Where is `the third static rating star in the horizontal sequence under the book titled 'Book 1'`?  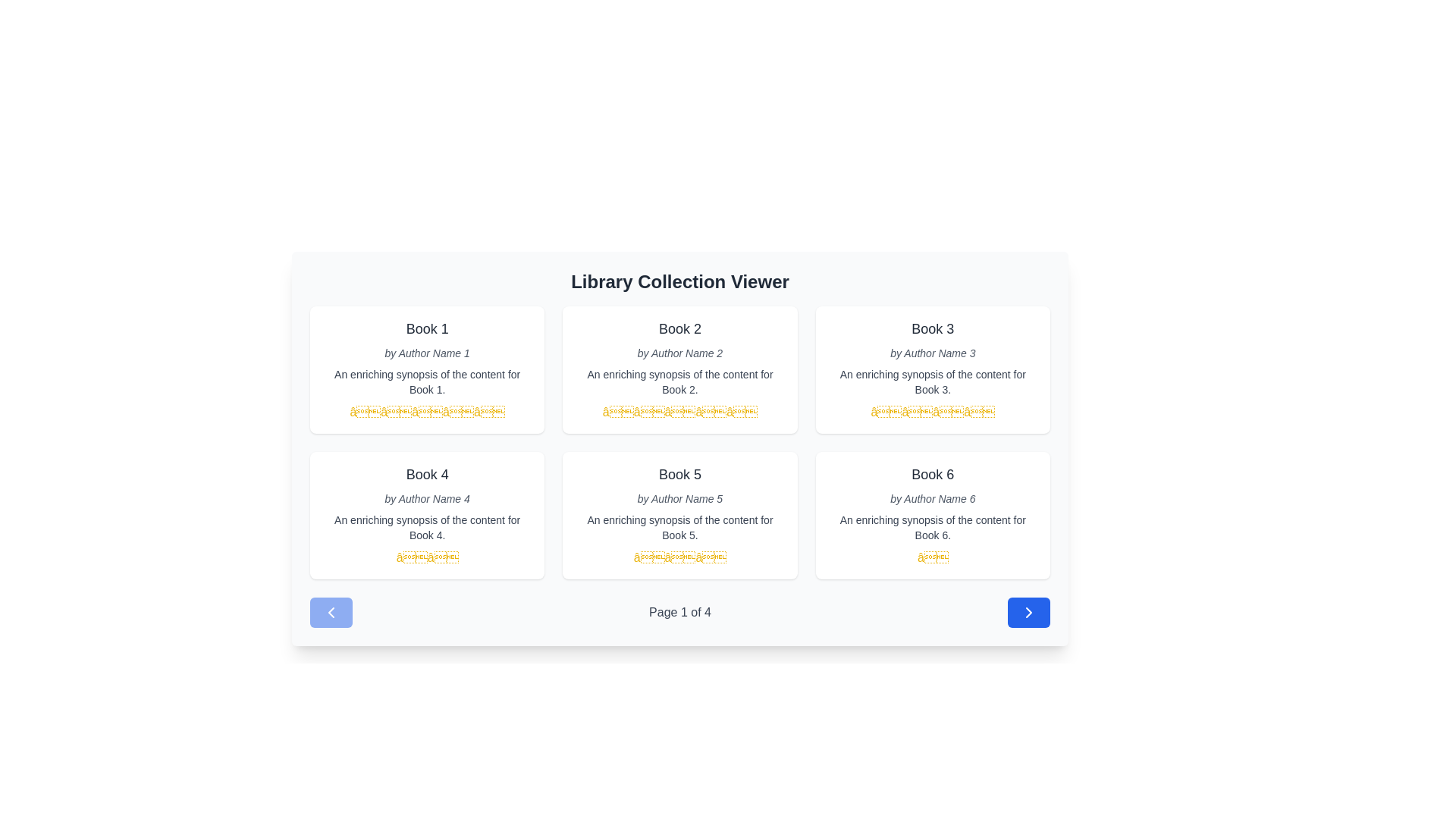
the third static rating star in the horizontal sequence under the book titled 'Book 1' is located at coordinates (426, 412).